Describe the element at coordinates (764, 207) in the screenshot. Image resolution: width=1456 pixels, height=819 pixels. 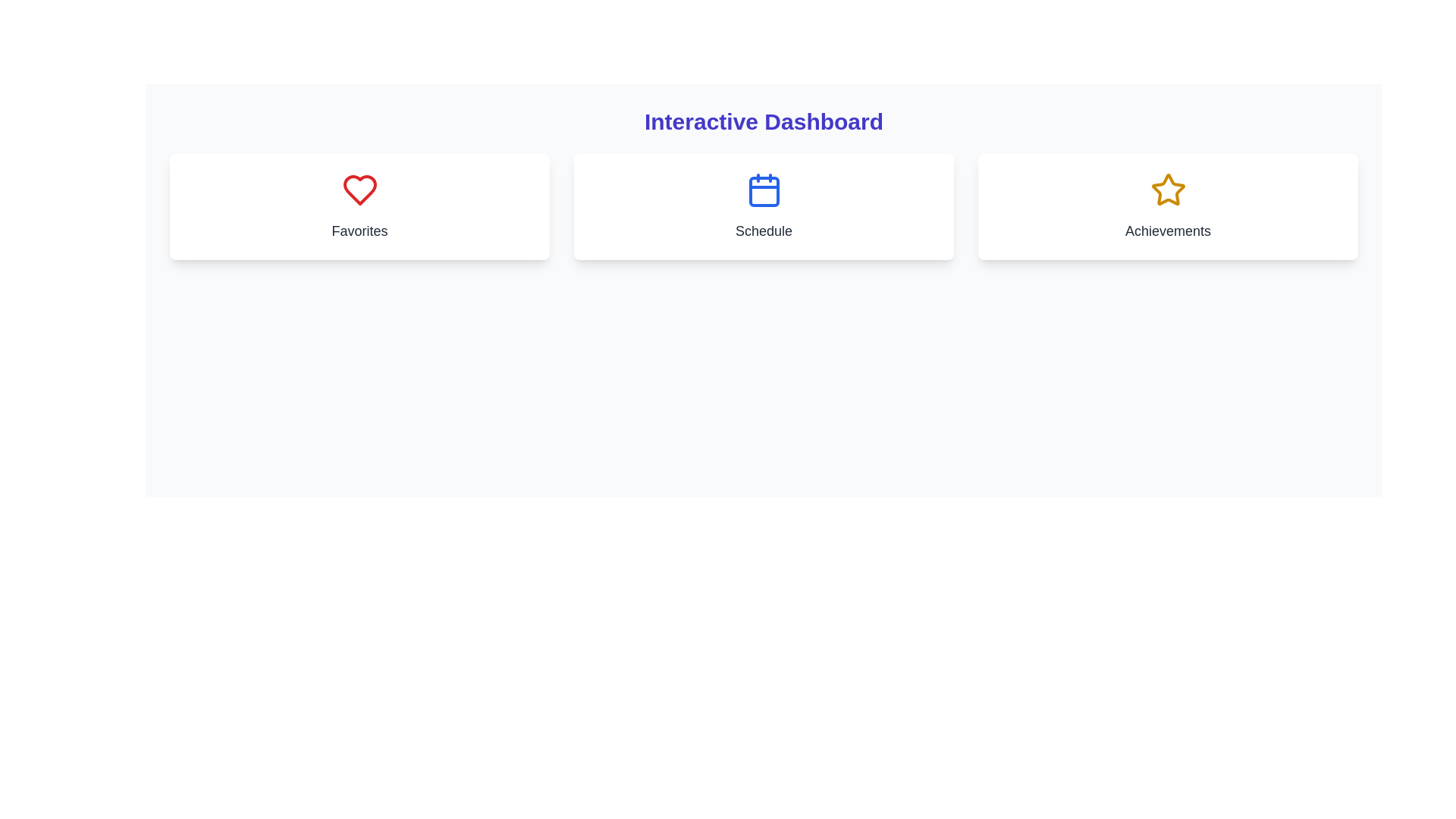
I see `the 'Schedule' button with a calendar icon located centrally under the 'Interactive Dashboard' header` at that location.